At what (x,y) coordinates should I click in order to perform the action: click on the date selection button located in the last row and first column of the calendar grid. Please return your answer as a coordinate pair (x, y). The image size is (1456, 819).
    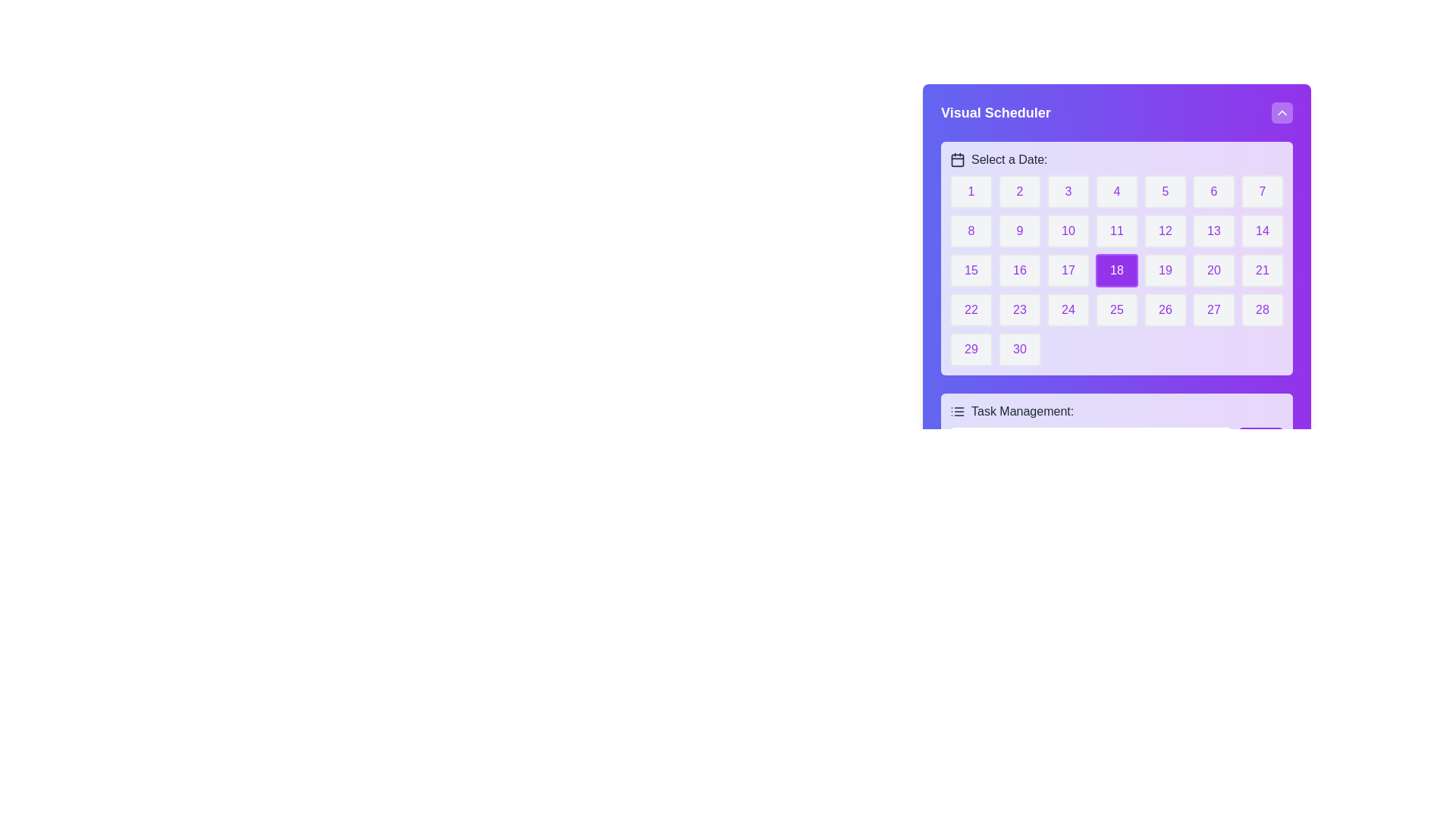
    Looking at the image, I should click on (971, 350).